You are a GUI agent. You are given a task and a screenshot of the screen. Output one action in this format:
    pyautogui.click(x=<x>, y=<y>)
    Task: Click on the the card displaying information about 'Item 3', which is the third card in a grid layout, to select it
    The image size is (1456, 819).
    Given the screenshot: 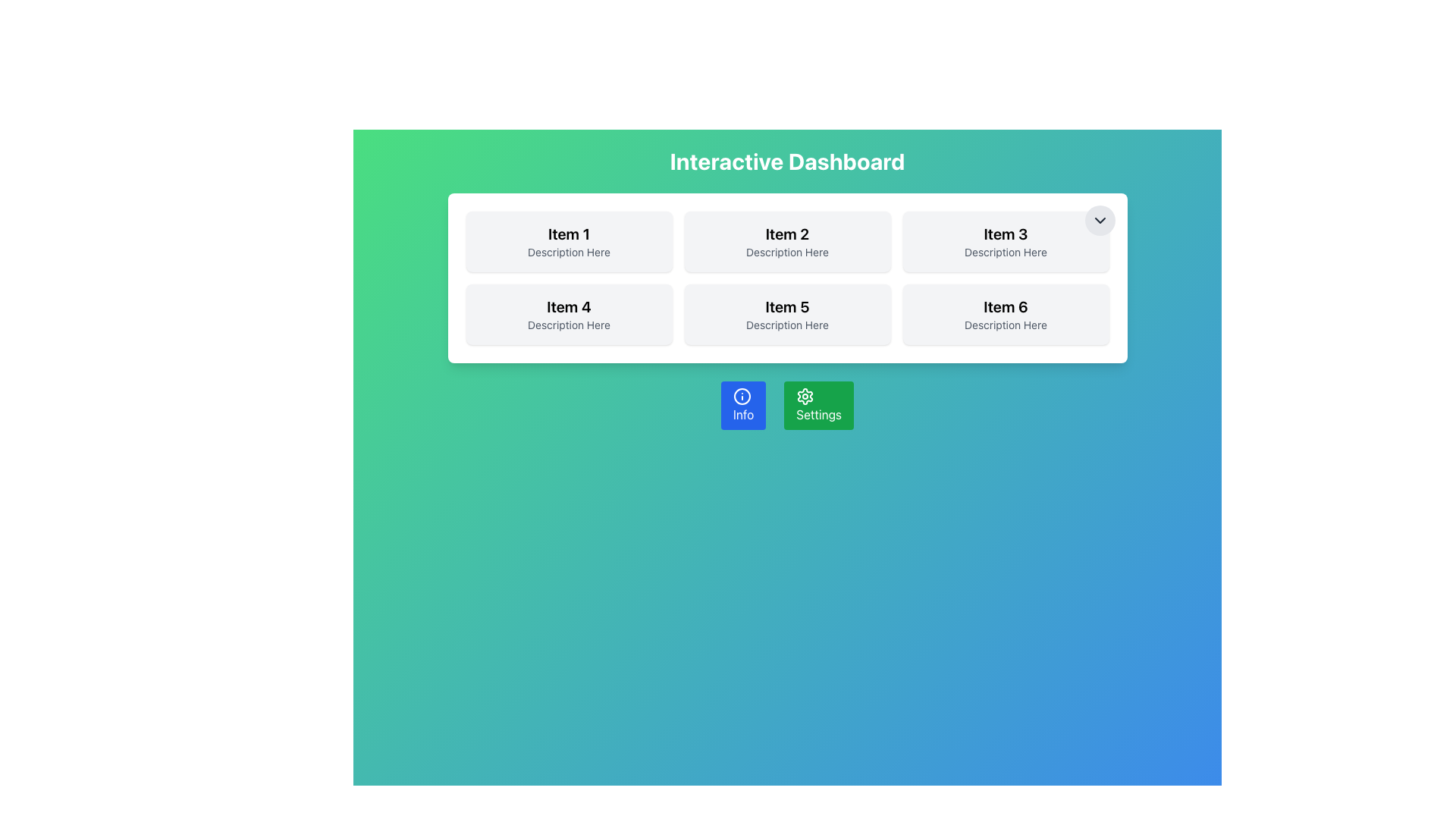 What is the action you would take?
    pyautogui.click(x=1006, y=241)
    